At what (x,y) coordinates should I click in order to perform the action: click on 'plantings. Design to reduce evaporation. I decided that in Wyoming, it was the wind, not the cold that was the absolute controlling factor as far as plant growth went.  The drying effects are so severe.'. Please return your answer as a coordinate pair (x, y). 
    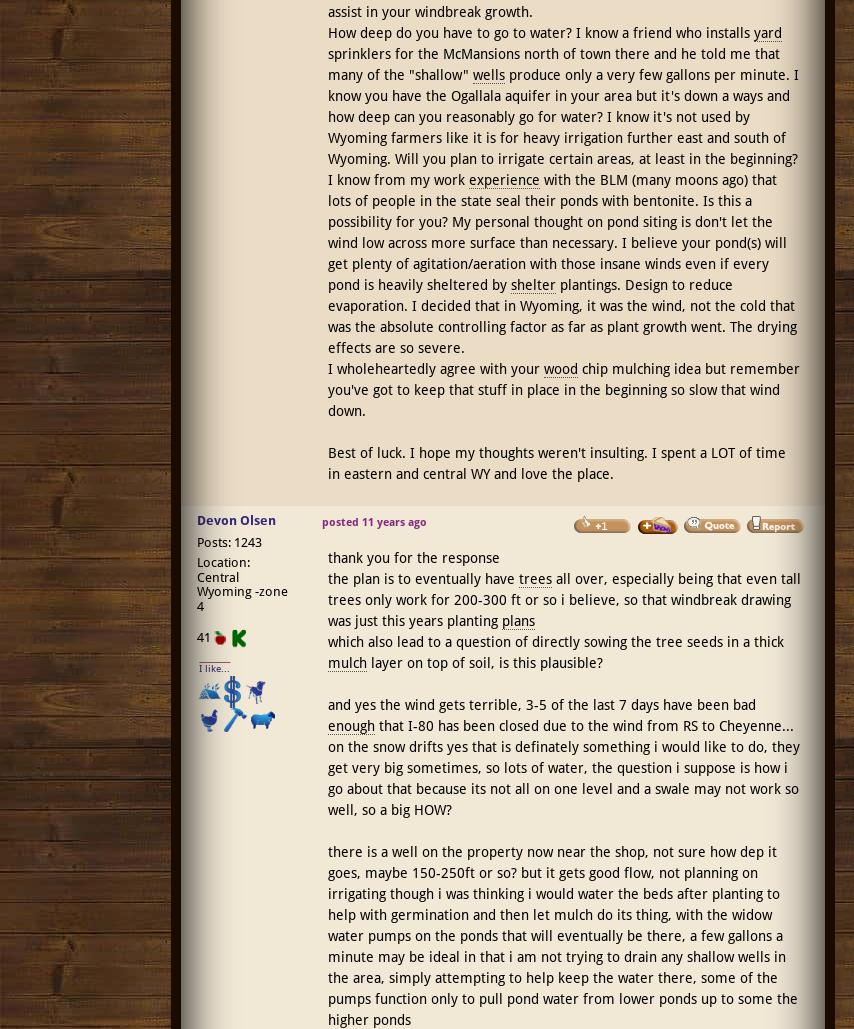
    Looking at the image, I should click on (560, 316).